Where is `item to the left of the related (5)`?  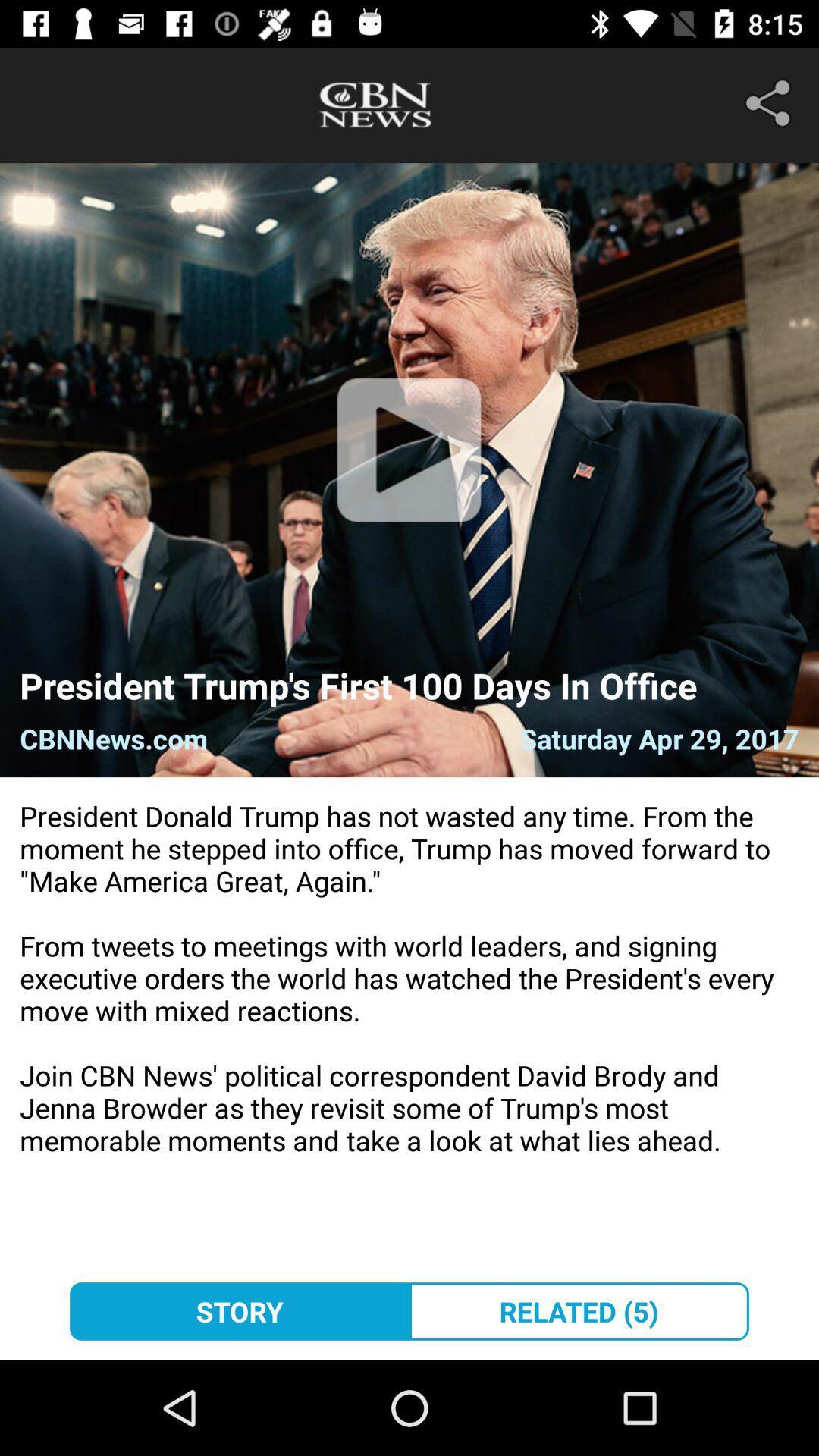 item to the left of the related (5) is located at coordinates (239, 1310).